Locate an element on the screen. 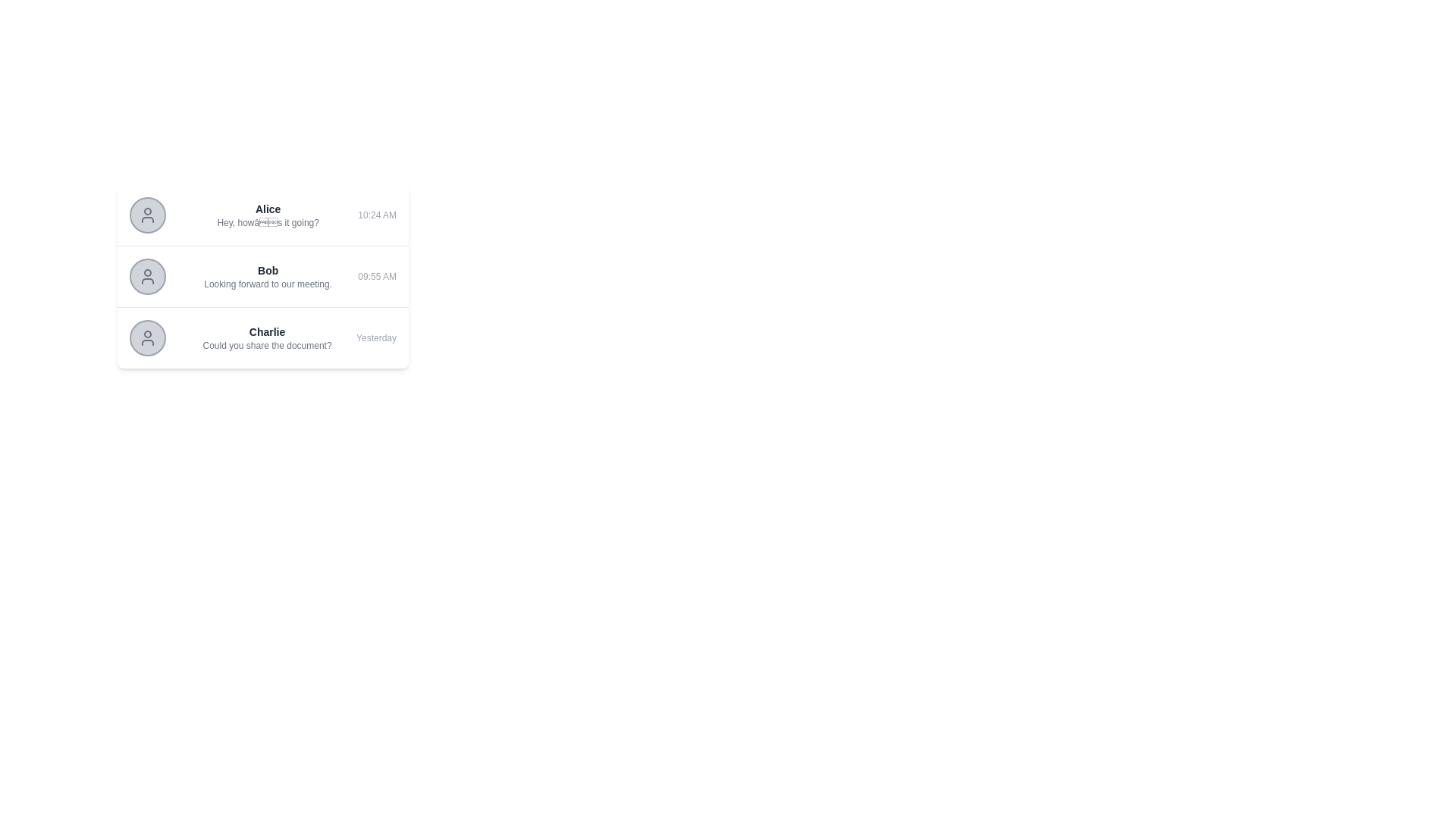  the text label displaying 'Bob' which is bold, small-sized, and grayish-black, located in the second row of user messages between an avatar and a description is located at coordinates (268, 270).